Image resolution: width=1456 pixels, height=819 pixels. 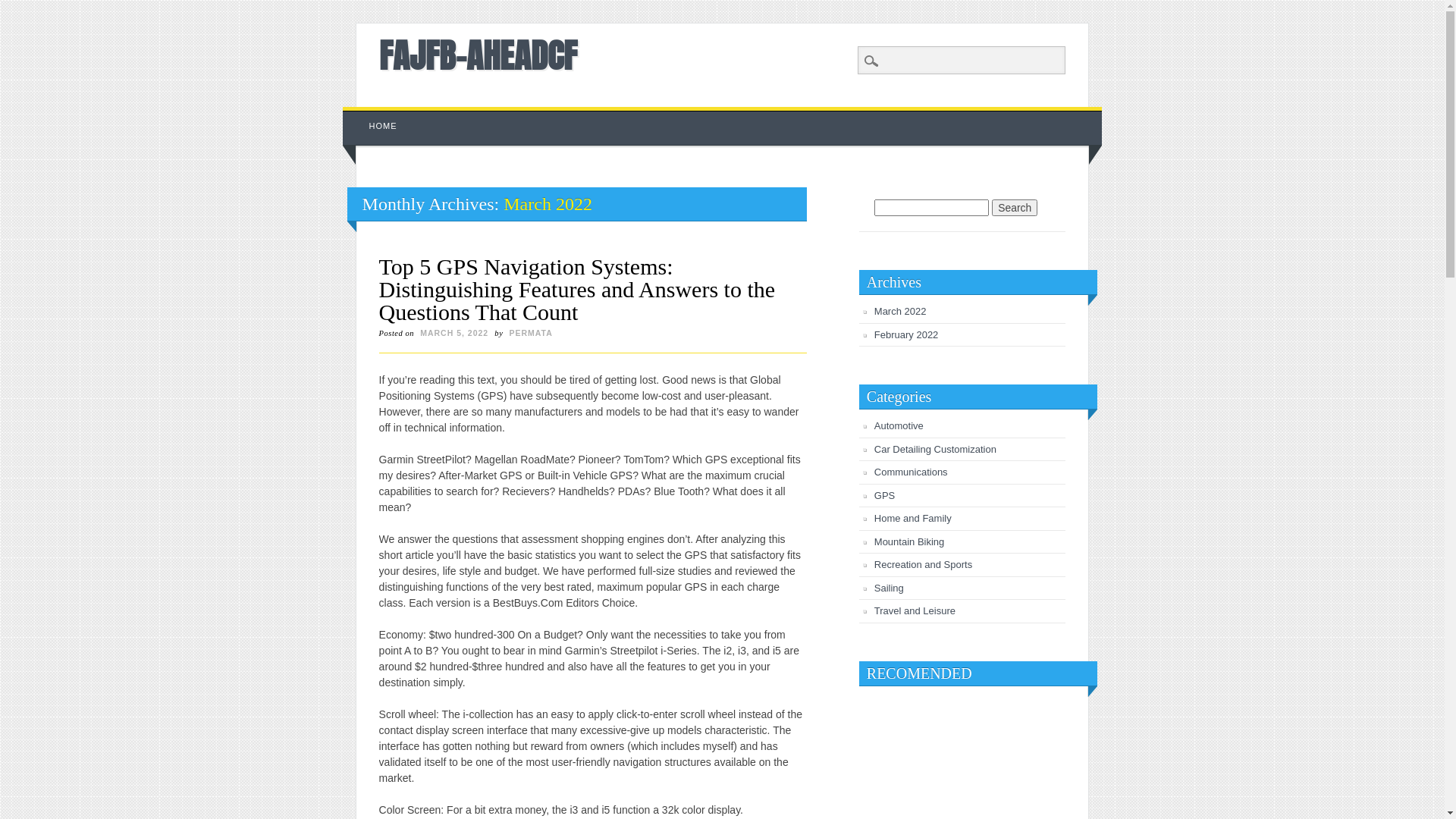 I want to click on 'Search', so click(x=1015, y=207).